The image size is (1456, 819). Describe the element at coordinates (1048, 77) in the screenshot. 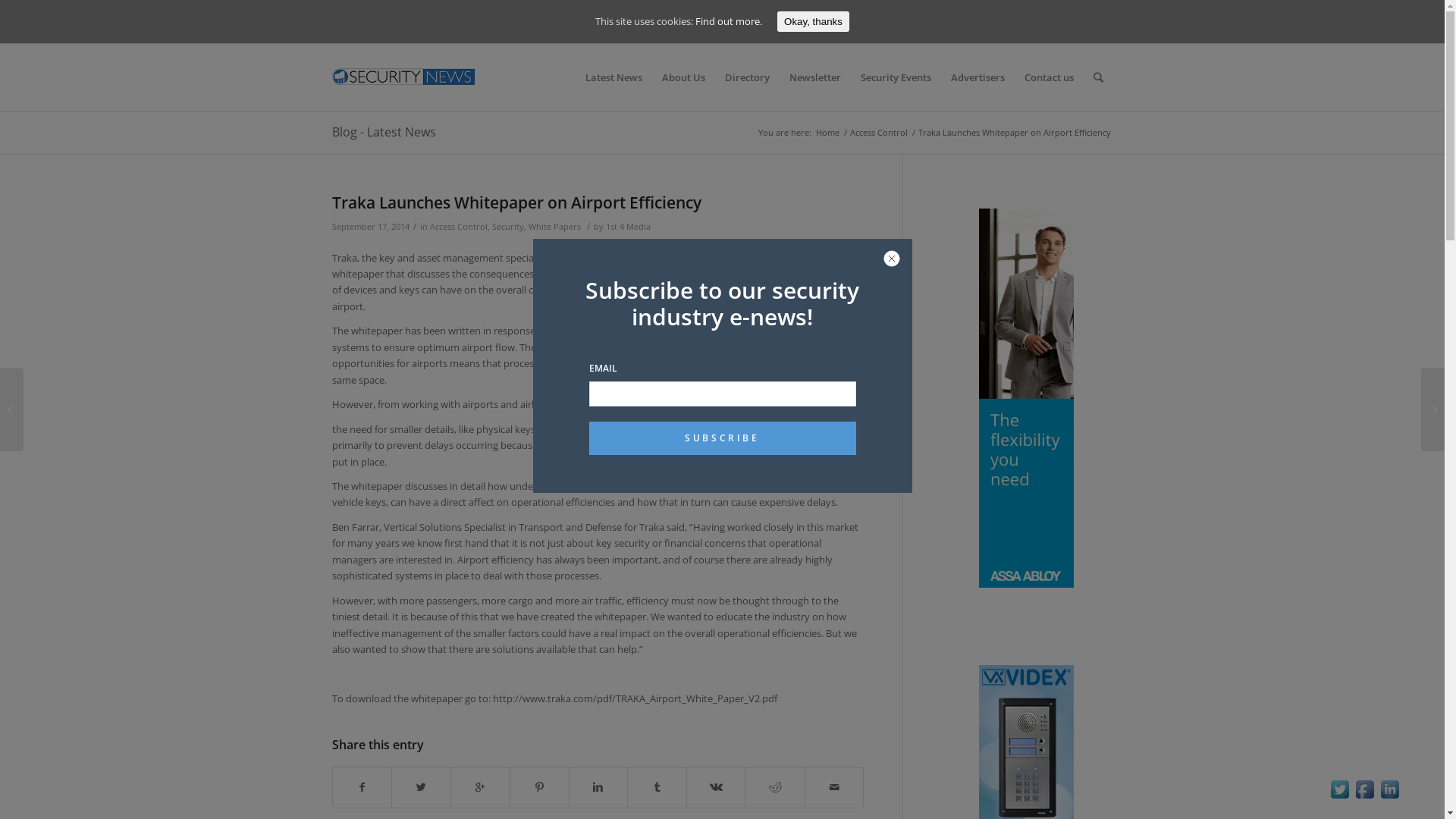

I see `'Contact us'` at that location.